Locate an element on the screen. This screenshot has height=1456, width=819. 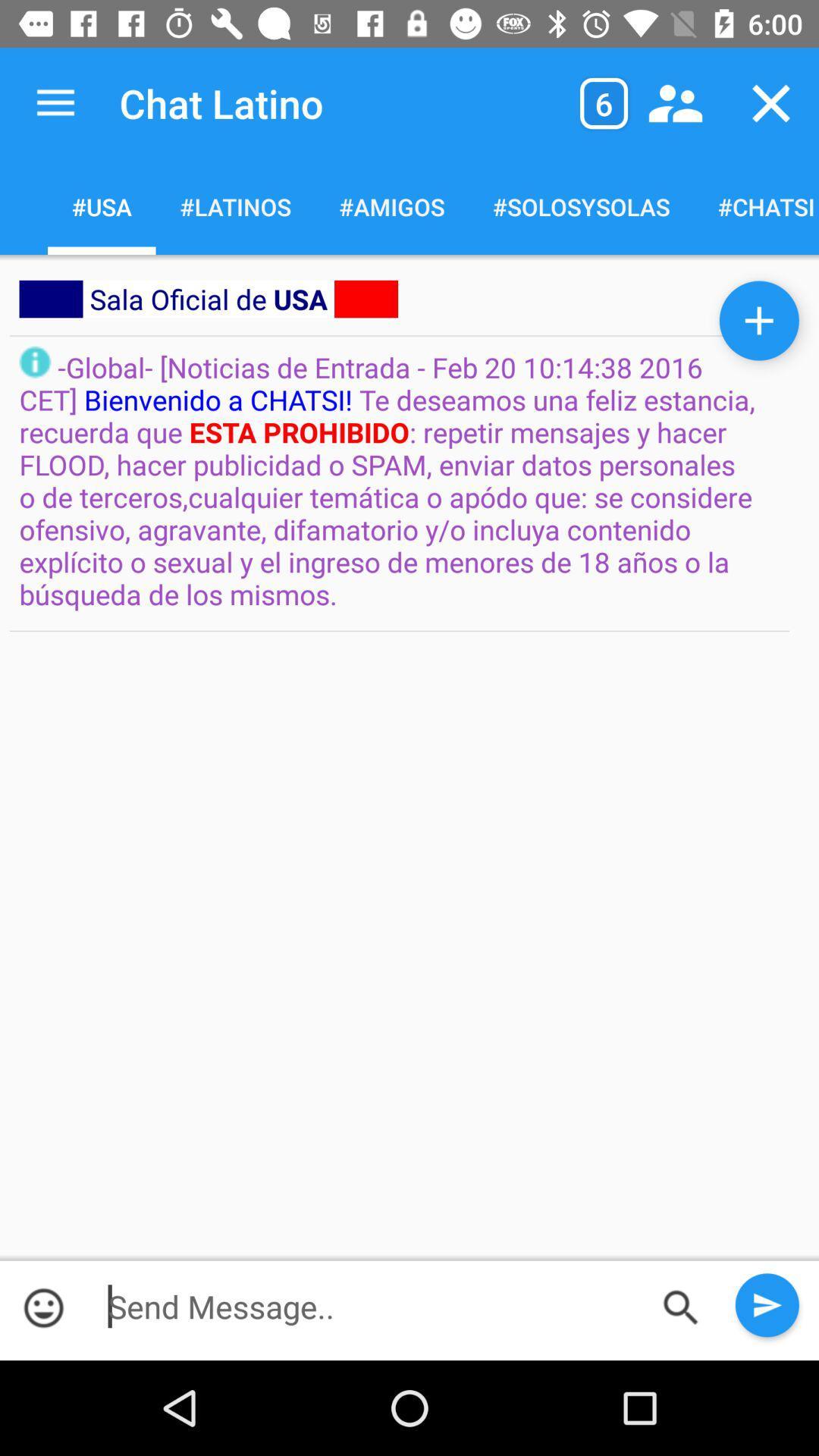
icon above the #chatsi item is located at coordinates (771, 102).